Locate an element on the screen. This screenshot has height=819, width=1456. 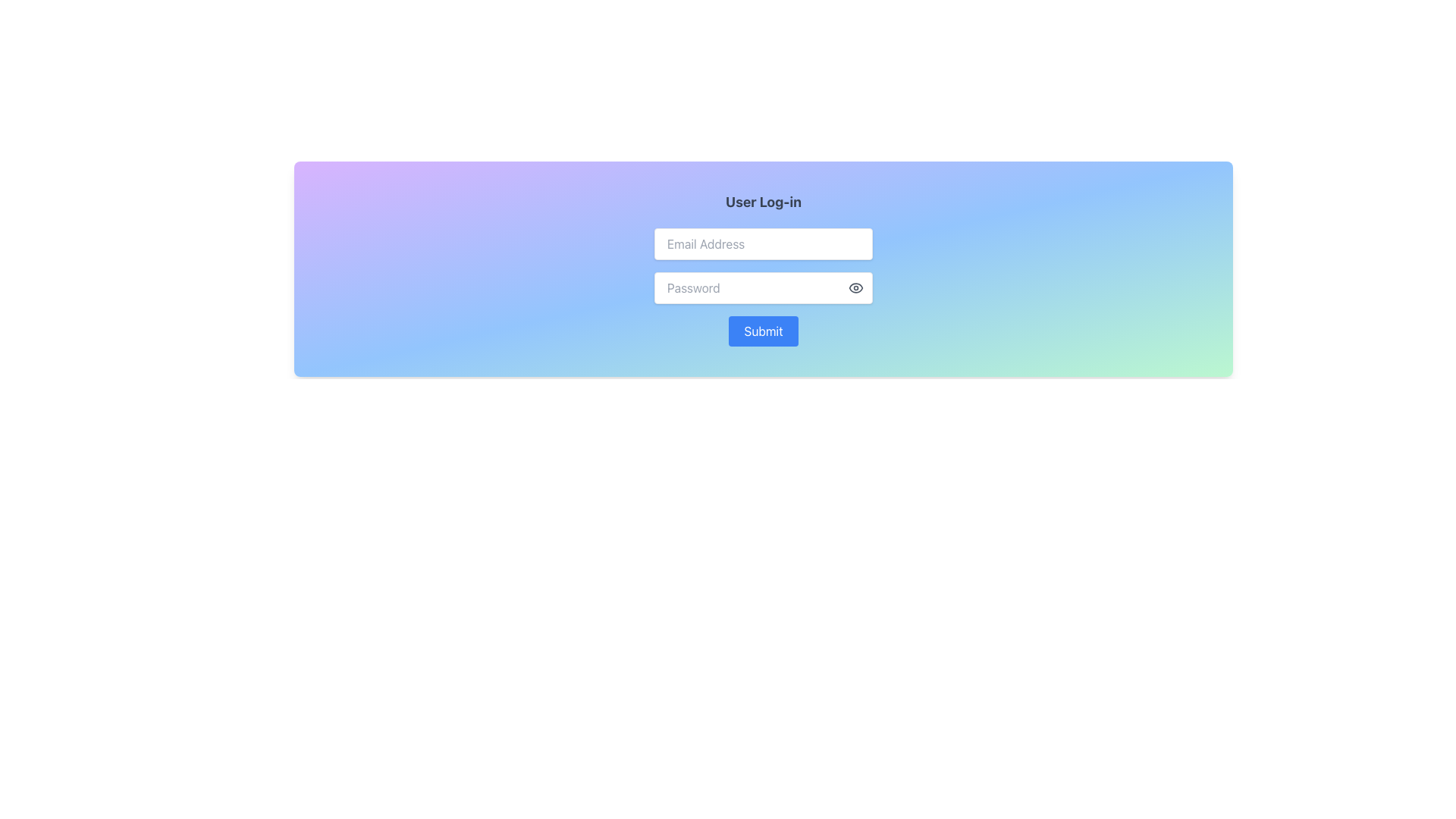
the submit button located below the password input field is located at coordinates (764, 330).